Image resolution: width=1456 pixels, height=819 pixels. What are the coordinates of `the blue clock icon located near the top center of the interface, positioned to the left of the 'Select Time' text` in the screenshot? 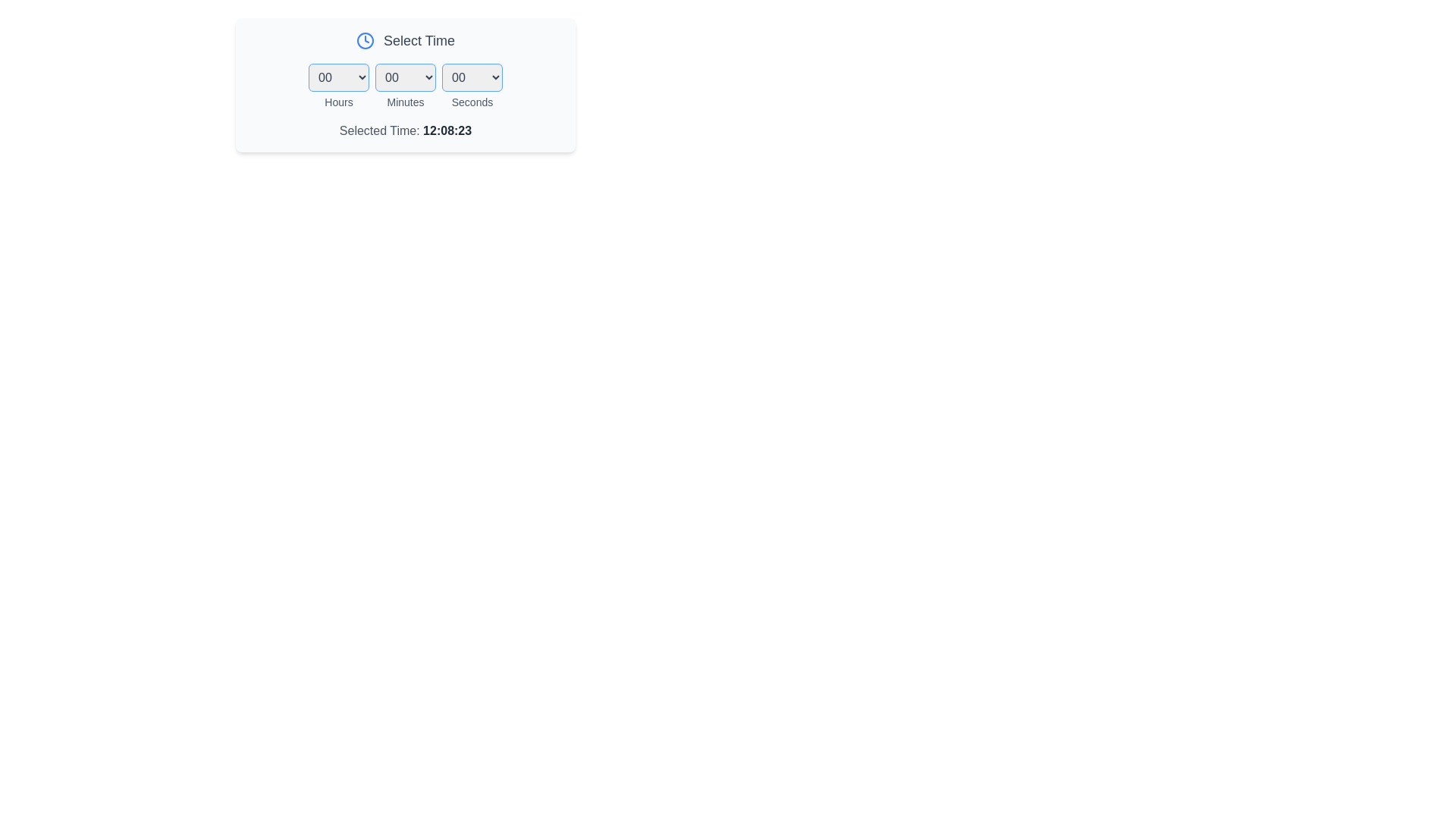 It's located at (365, 40).